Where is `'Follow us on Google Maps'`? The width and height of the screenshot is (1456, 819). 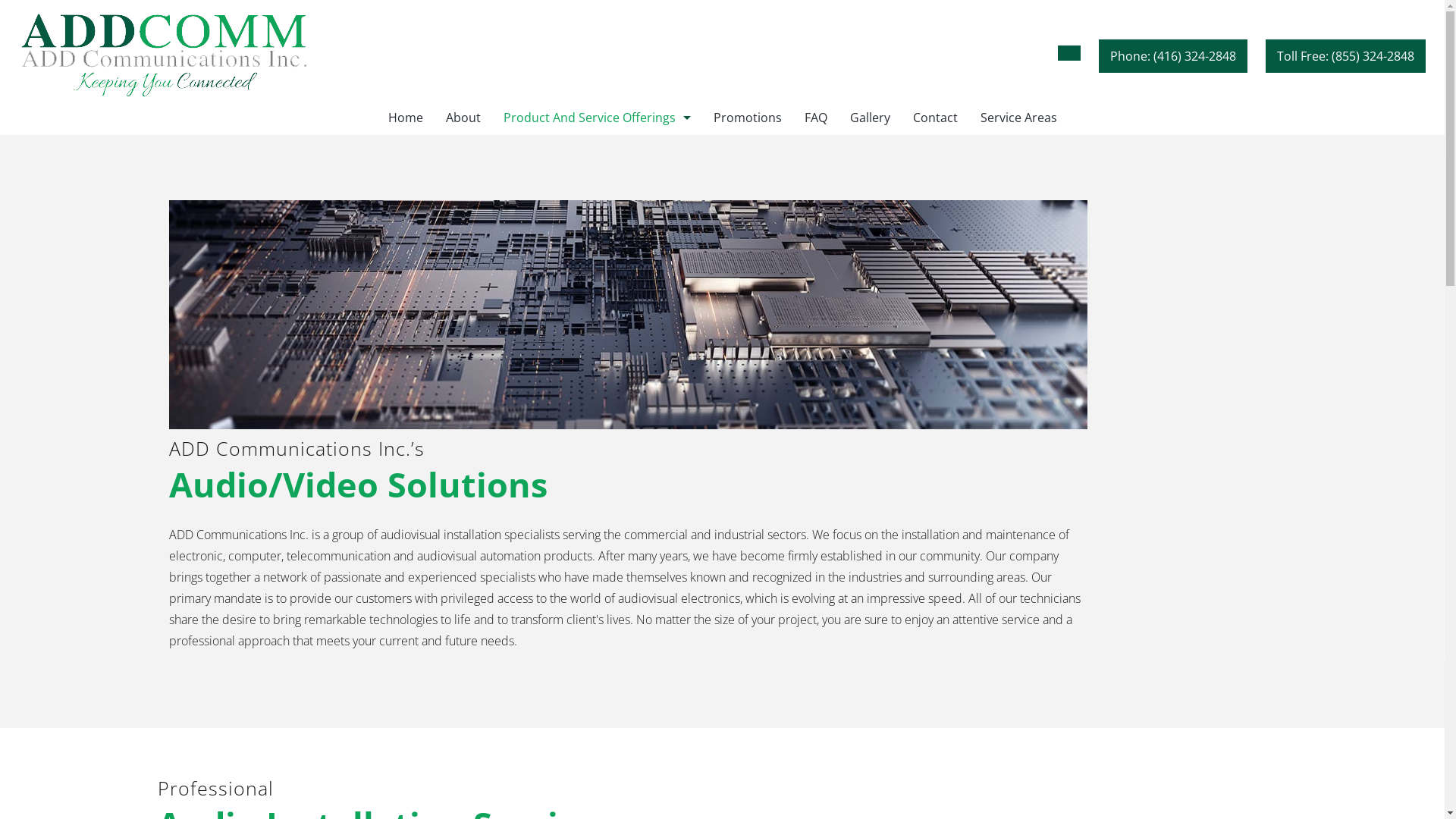 'Follow us on Google Maps' is located at coordinates (1057, 52).